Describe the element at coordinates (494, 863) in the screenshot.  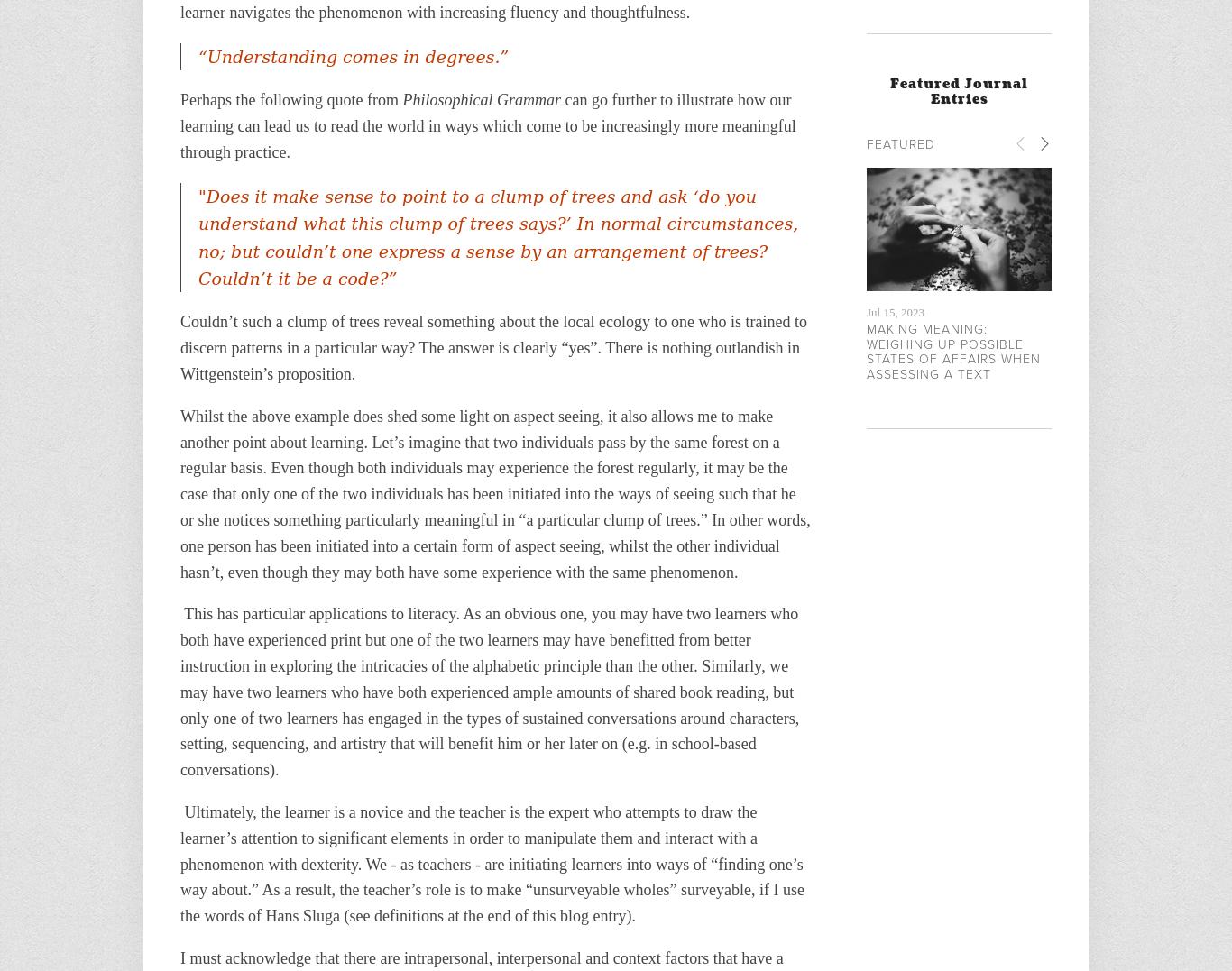
I see `'Ultimately, the learner is a novice and the teacher is the expert who attempts to draw the learner’s attention to significant elements in order to manipulate them and interact with a phenomenon with dexterity. We - as teachers - are initiating learners into ways of “finding one’s way about.” As a result, the teacher’s role is to make “unsurveyable wholes” surveyable, if I use the words of Hans Sluga (see definitions at the end of this blog entry).'` at that location.